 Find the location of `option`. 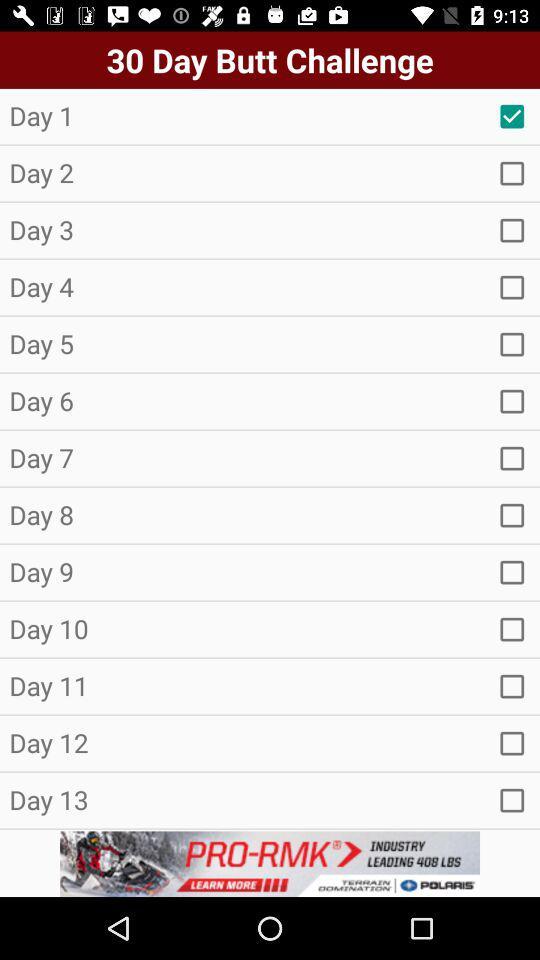

option is located at coordinates (512, 514).